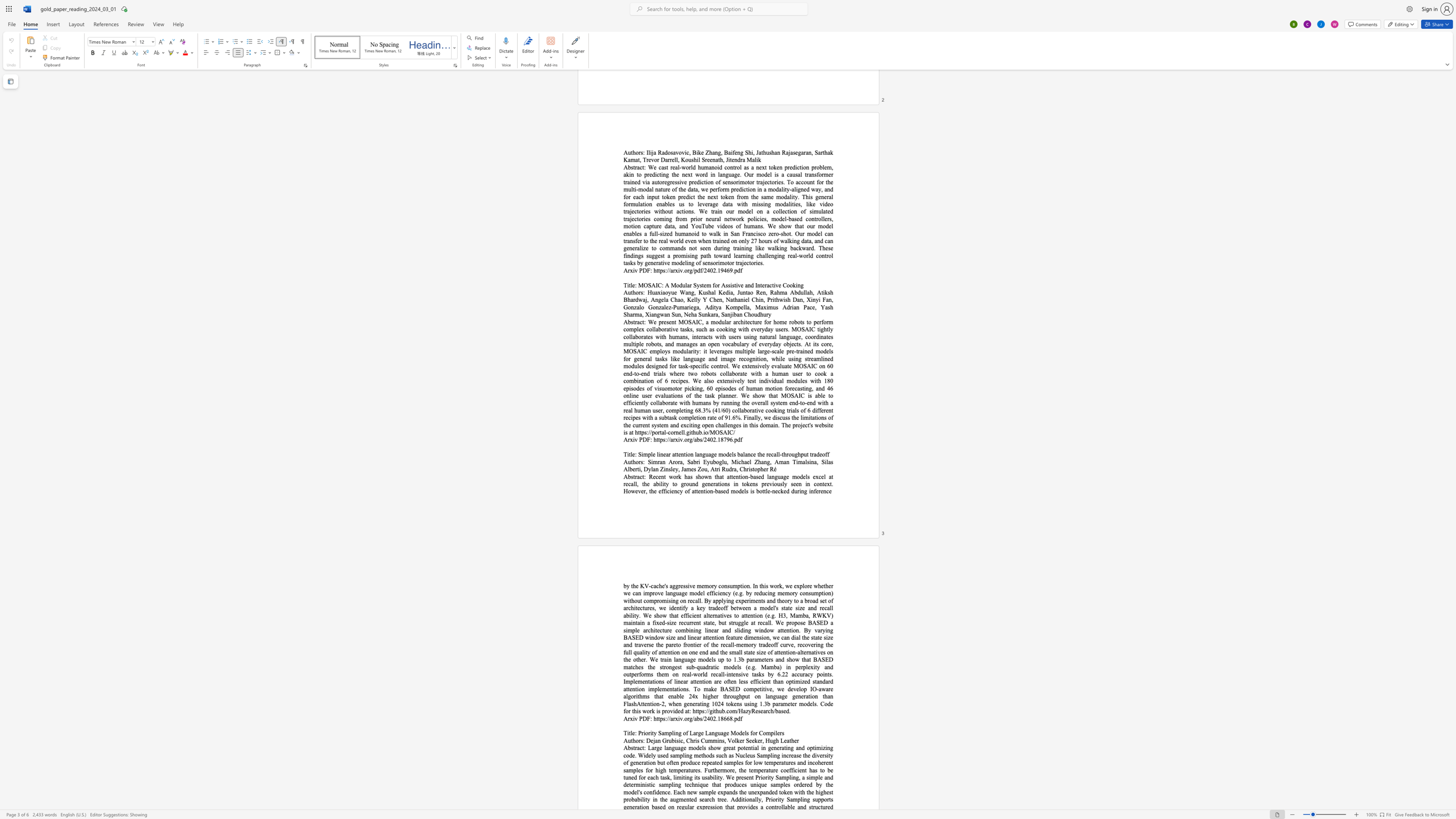  What do you see at coordinates (644, 439) in the screenshot?
I see `the 1th character "D" in the text` at bounding box center [644, 439].